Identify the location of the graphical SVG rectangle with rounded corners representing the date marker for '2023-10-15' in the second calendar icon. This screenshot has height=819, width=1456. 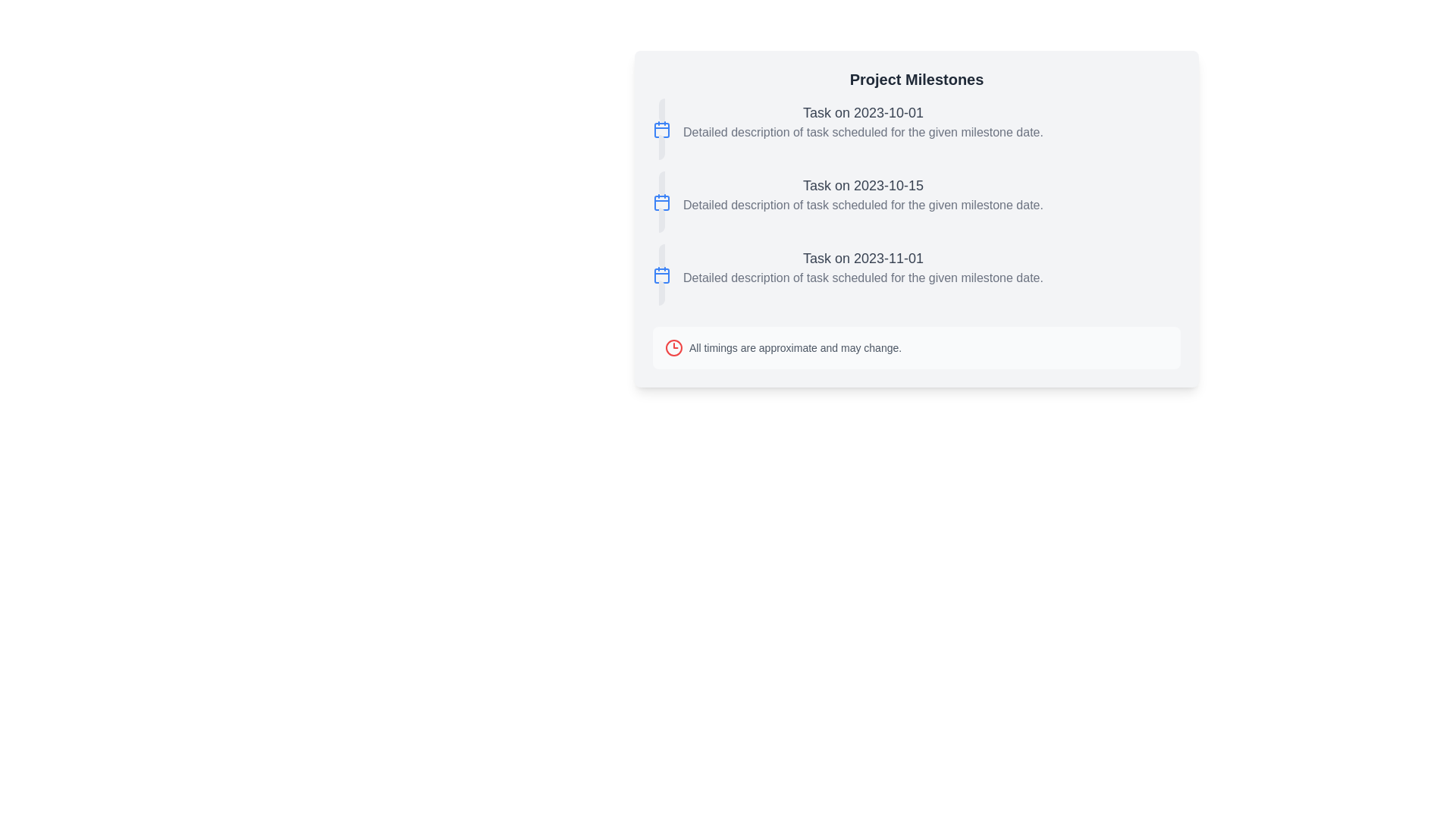
(662, 202).